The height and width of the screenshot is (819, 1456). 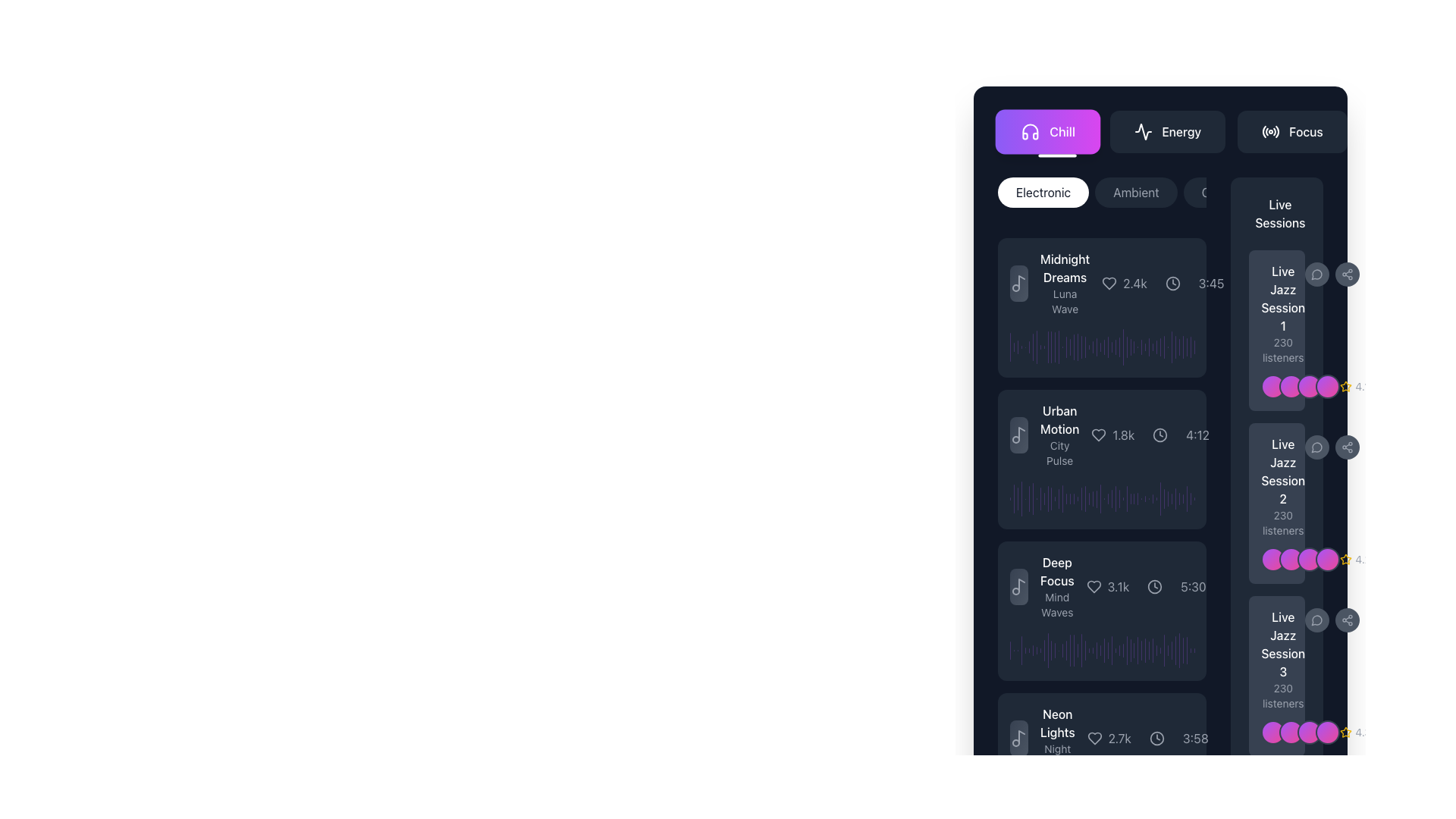 I want to click on the Text Label that serves as a heading for the live sessions section, which is located towards the right side of the interface above the list of items labeled 'Live Jazz Session 1', 'Live Jazz Session 2', and 'Live Jazz Session 3', so click(x=1276, y=213).